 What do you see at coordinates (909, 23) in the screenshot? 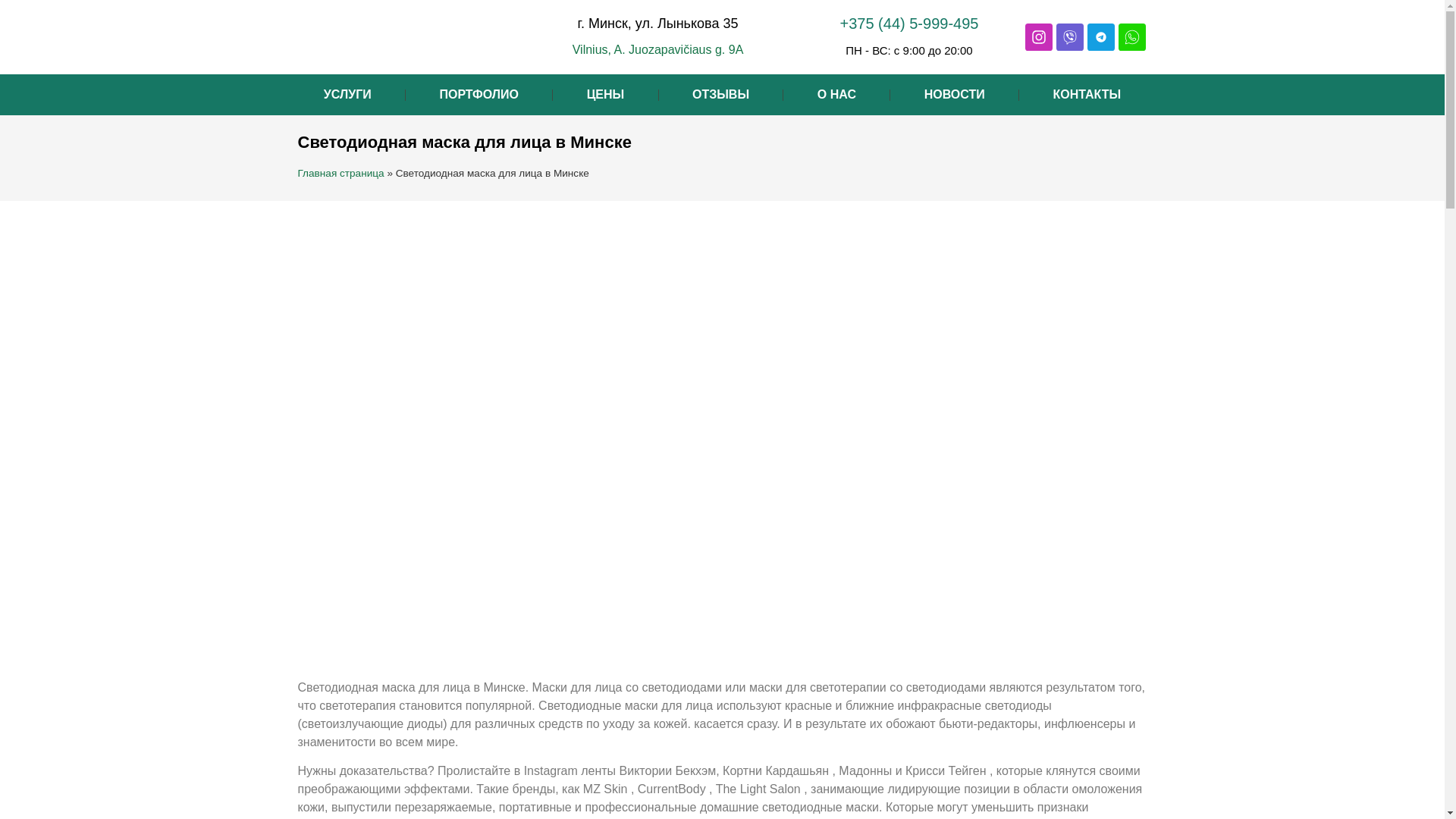
I see `'+375 (44) 5-999-495'` at bounding box center [909, 23].